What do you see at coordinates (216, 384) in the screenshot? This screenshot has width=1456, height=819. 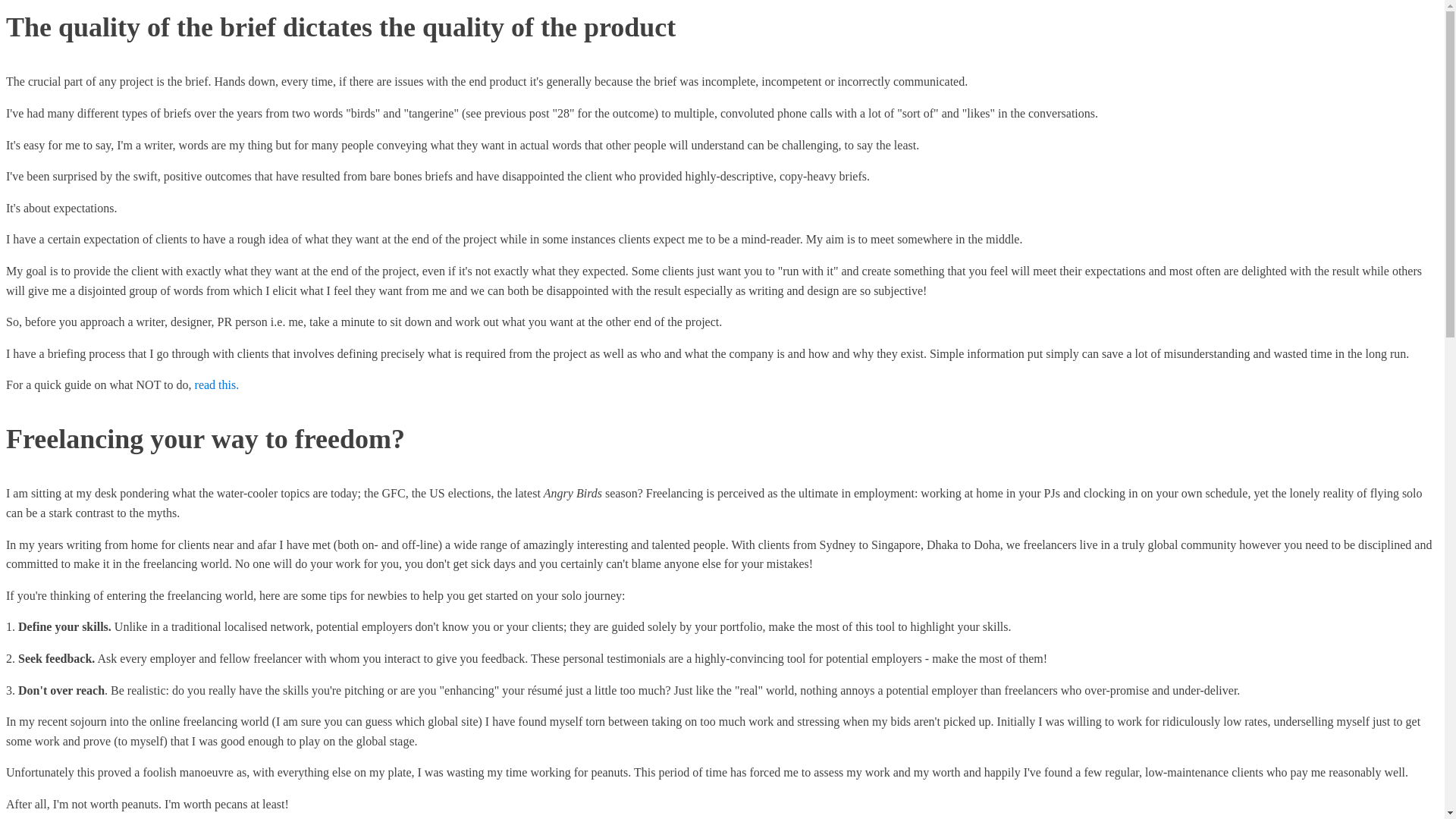 I see `'read this.'` at bounding box center [216, 384].